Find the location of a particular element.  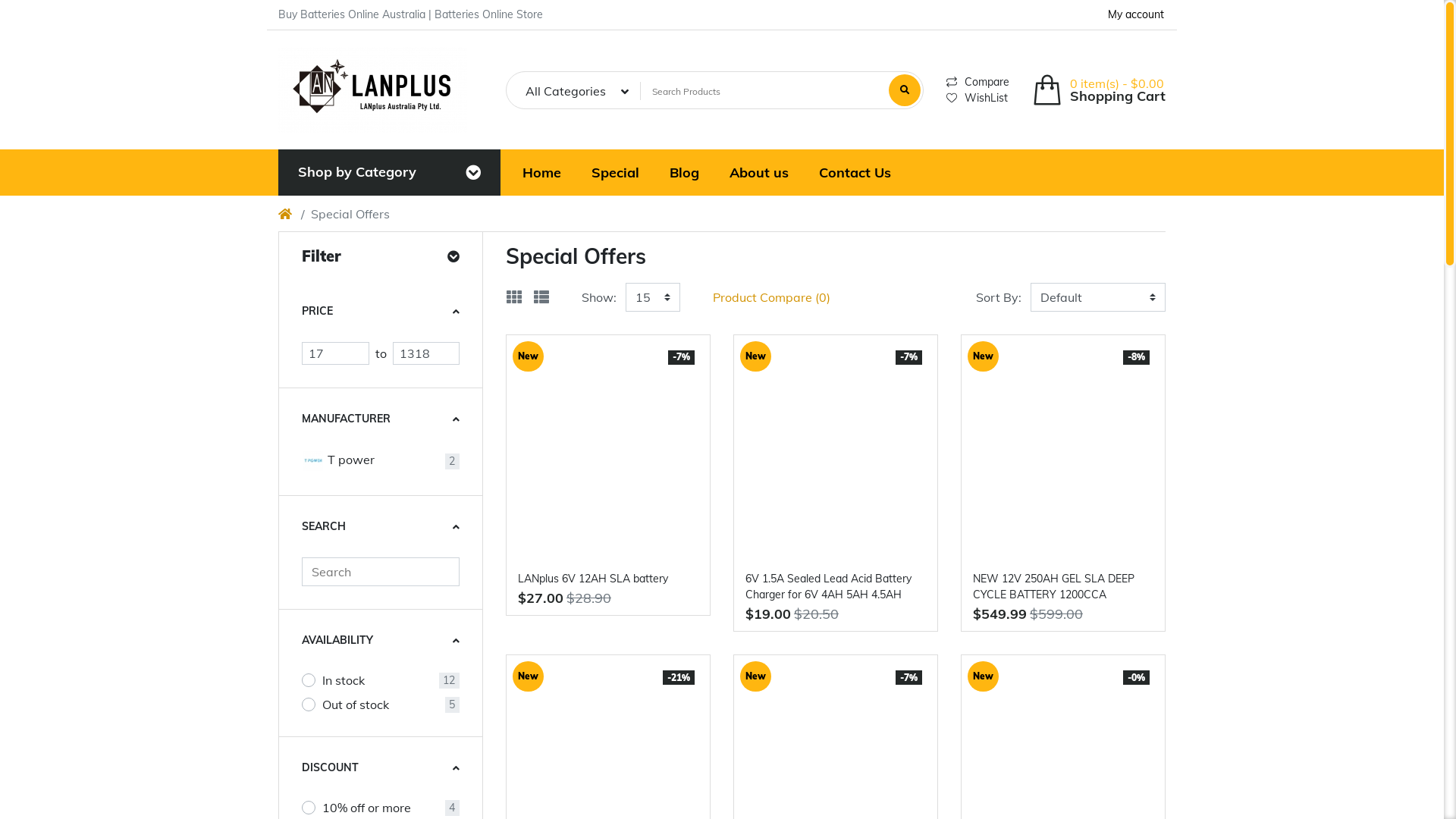

'Add to Wish List' is located at coordinates (591, 640).